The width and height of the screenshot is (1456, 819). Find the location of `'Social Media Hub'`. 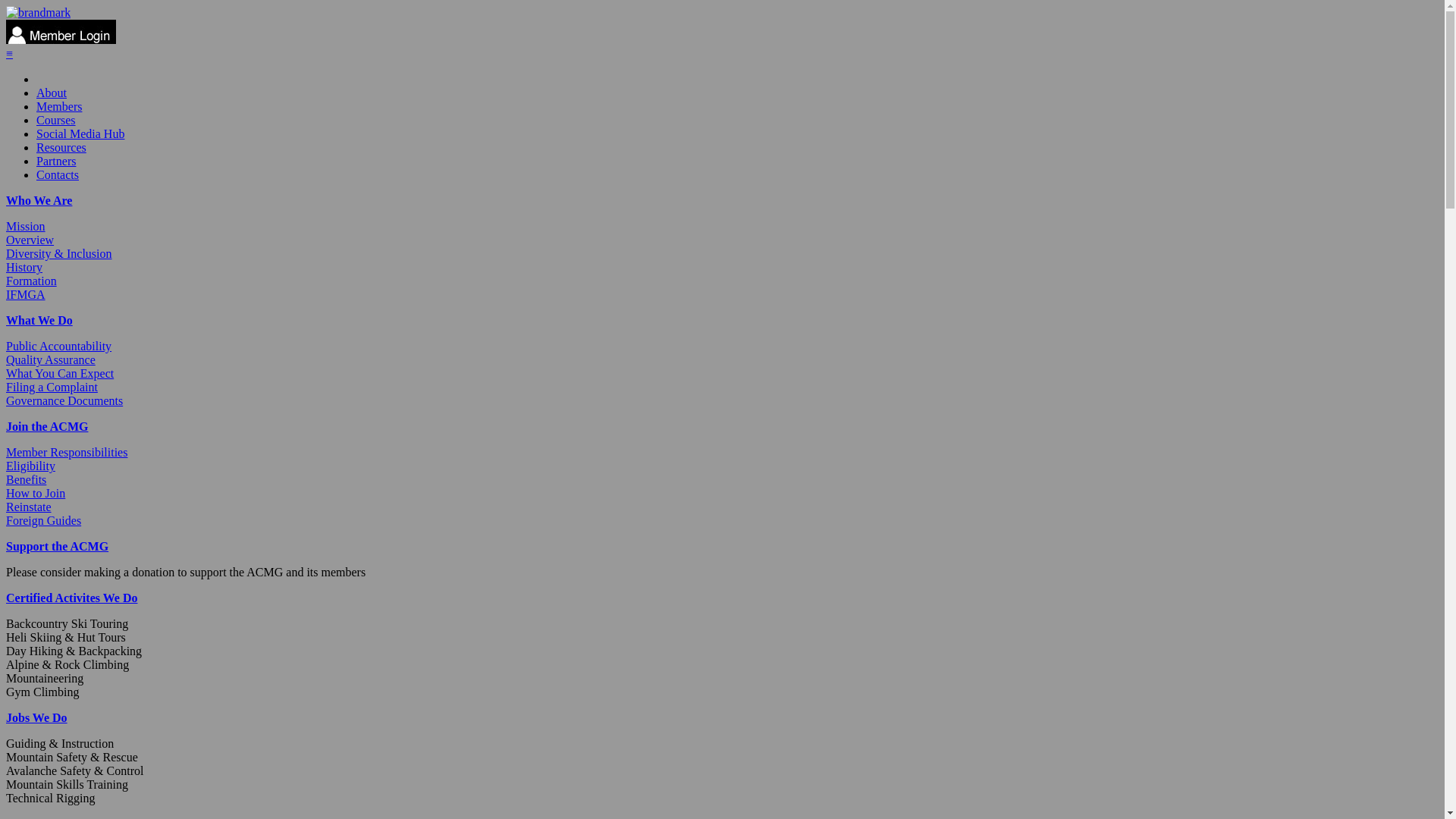

'Social Media Hub' is located at coordinates (79, 133).